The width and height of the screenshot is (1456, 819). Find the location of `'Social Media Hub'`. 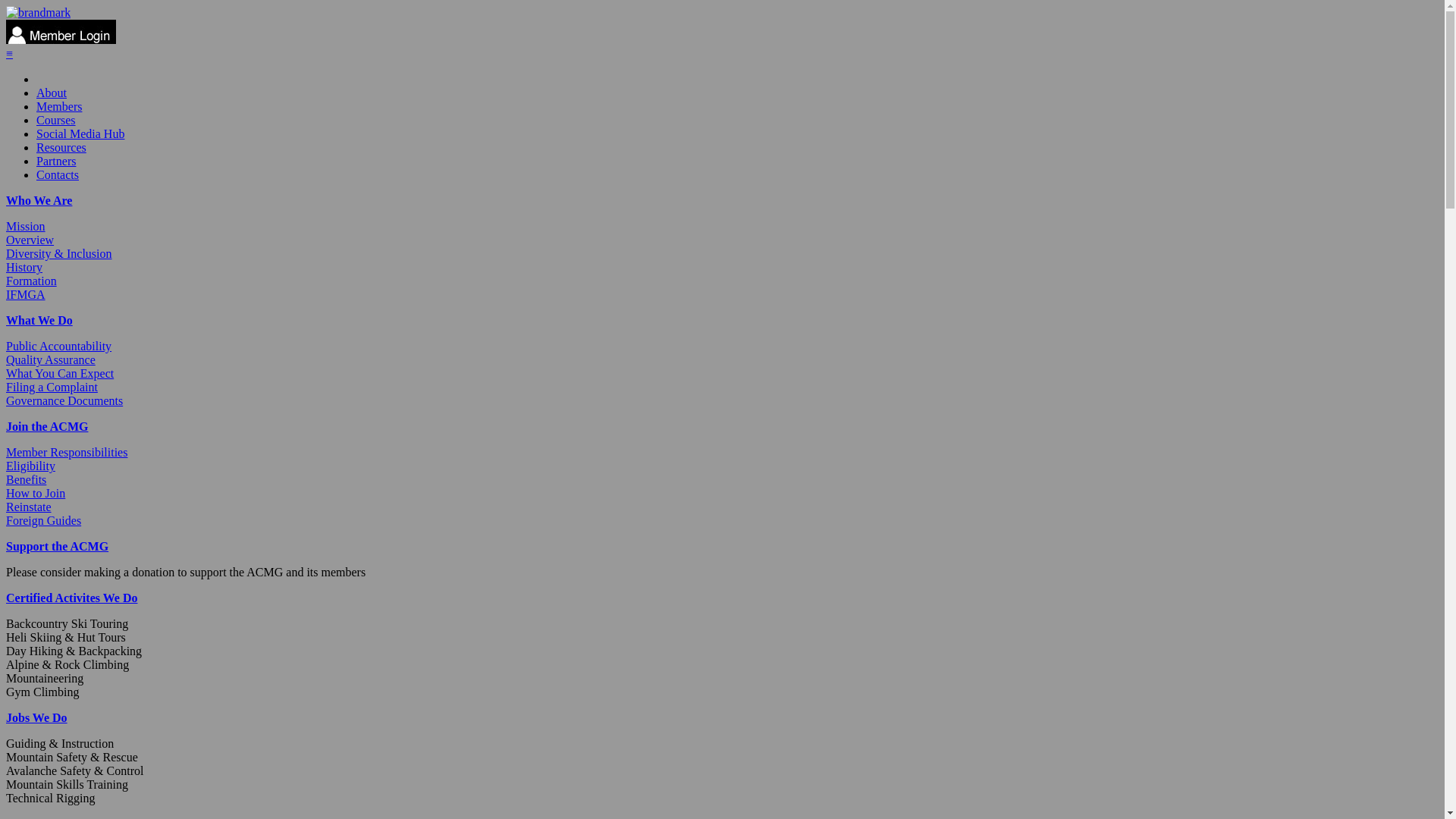

'Social Media Hub' is located at coordinates (79, 133).